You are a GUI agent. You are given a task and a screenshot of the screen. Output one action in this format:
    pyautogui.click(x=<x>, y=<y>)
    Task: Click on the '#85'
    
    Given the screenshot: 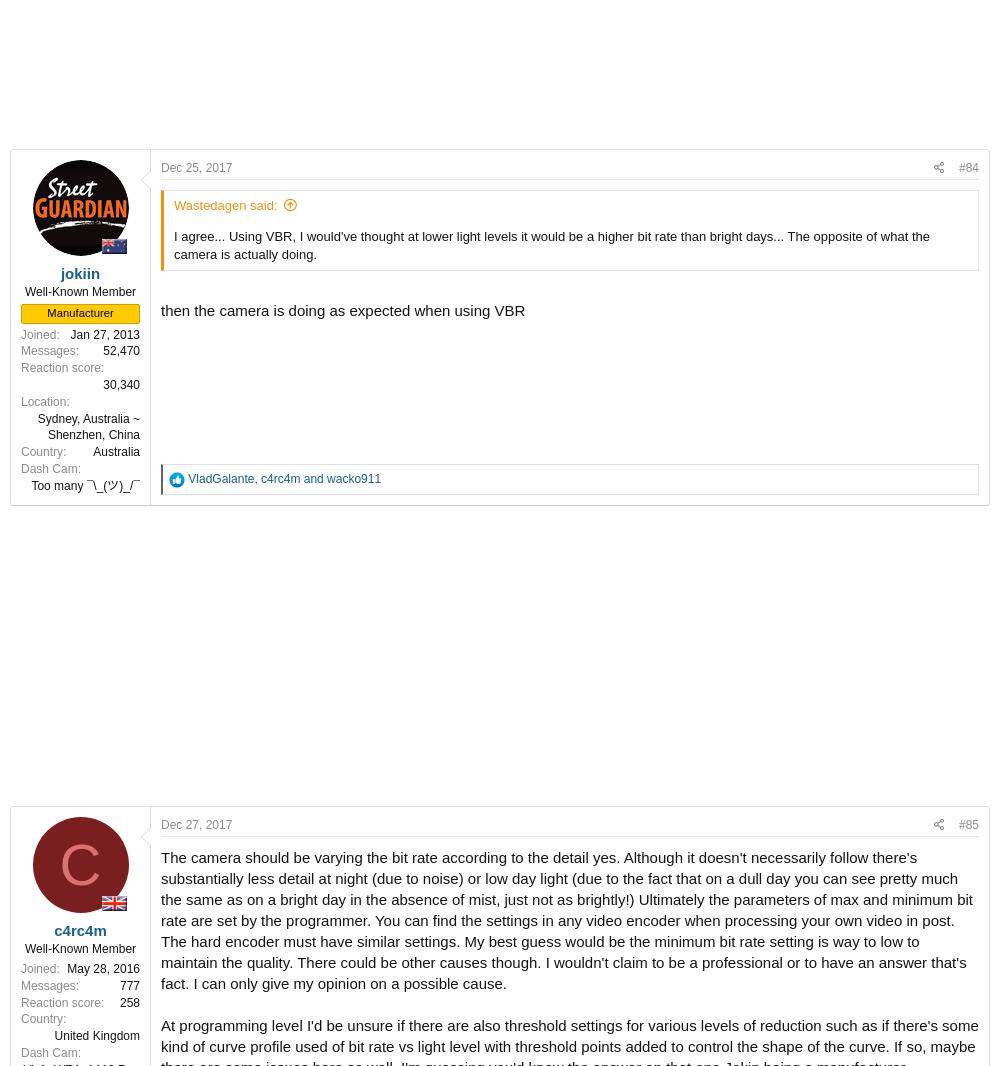 What is the action you would take?
    pyautogui.click(x=967, y=824)
    